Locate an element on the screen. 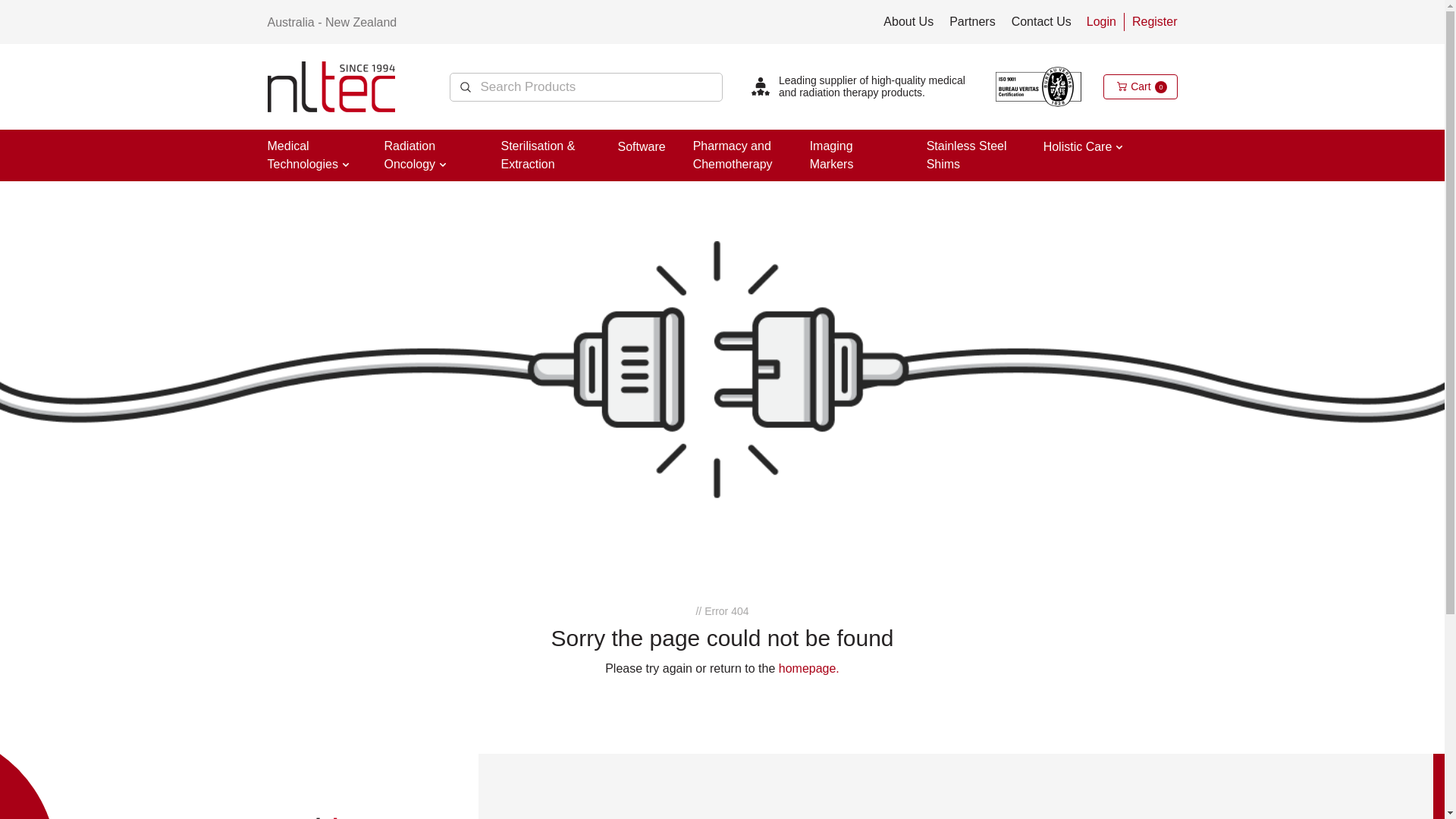 This screenshot has height=819, width=1456. 'Holistic Care' is located at coordinates (1077, 146).